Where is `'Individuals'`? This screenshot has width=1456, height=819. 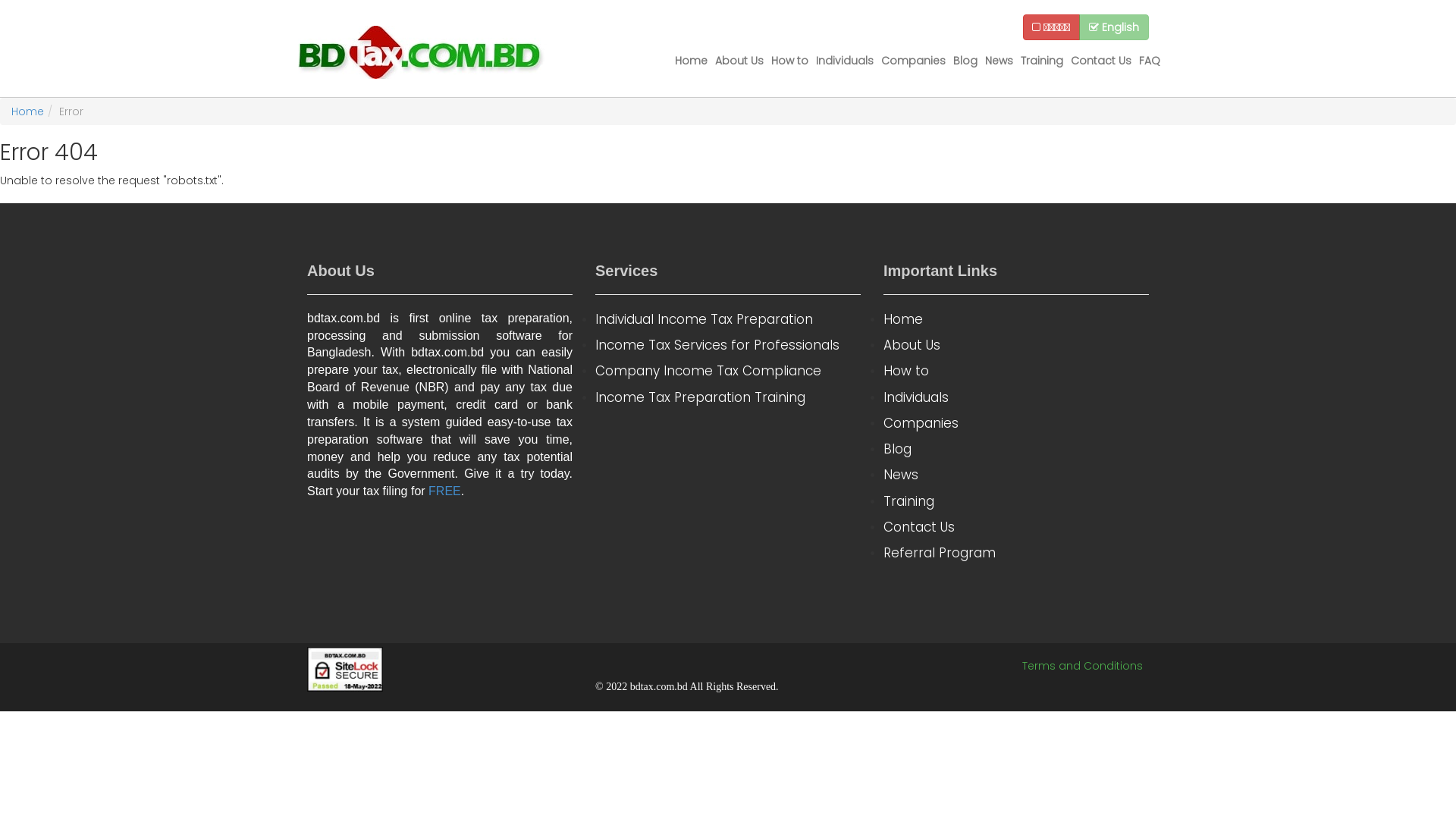 'Individuals' is located at coordinates (843, 60).